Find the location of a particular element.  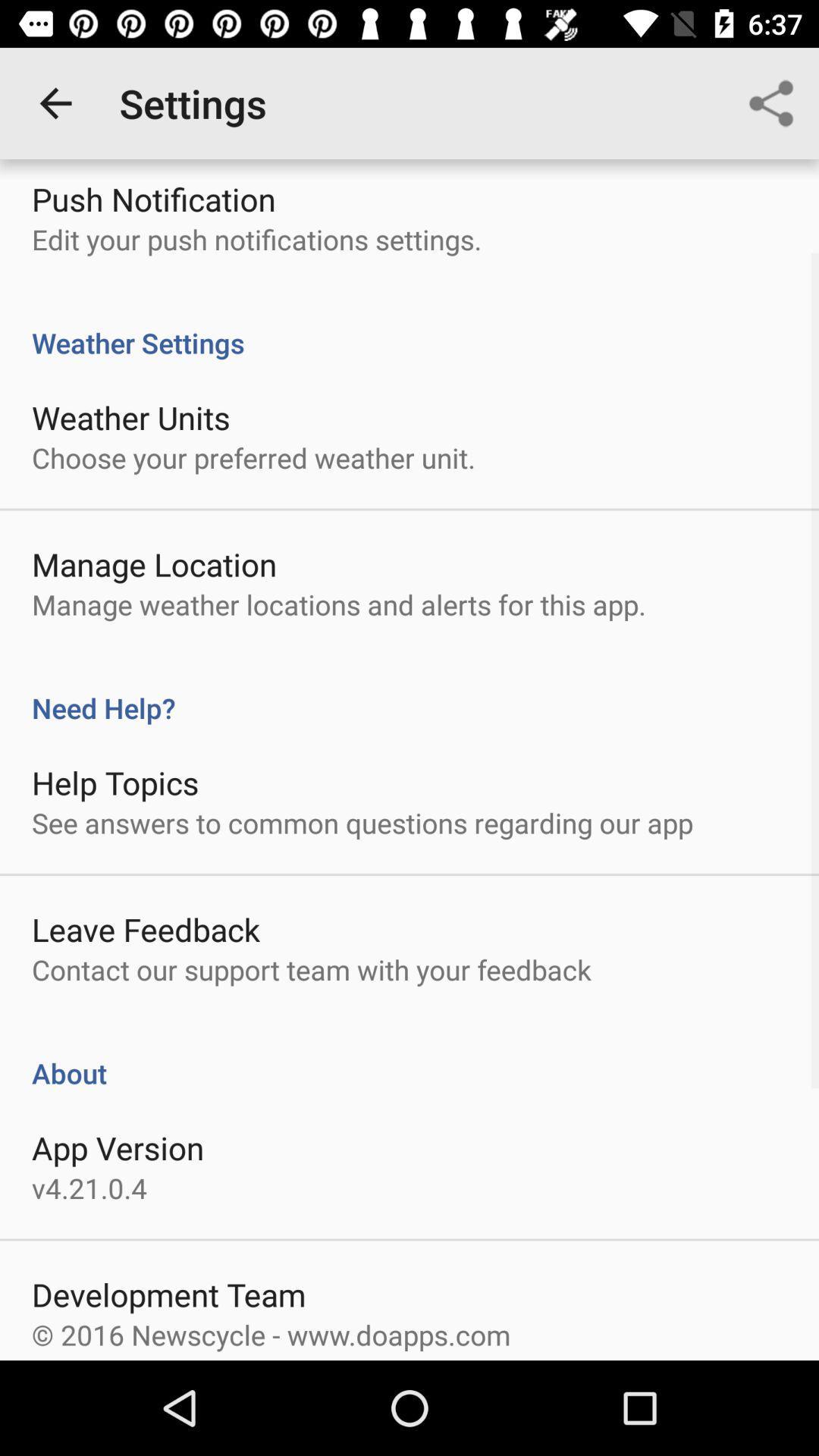

the icon below app version item is located at coordinates (89, 1187).